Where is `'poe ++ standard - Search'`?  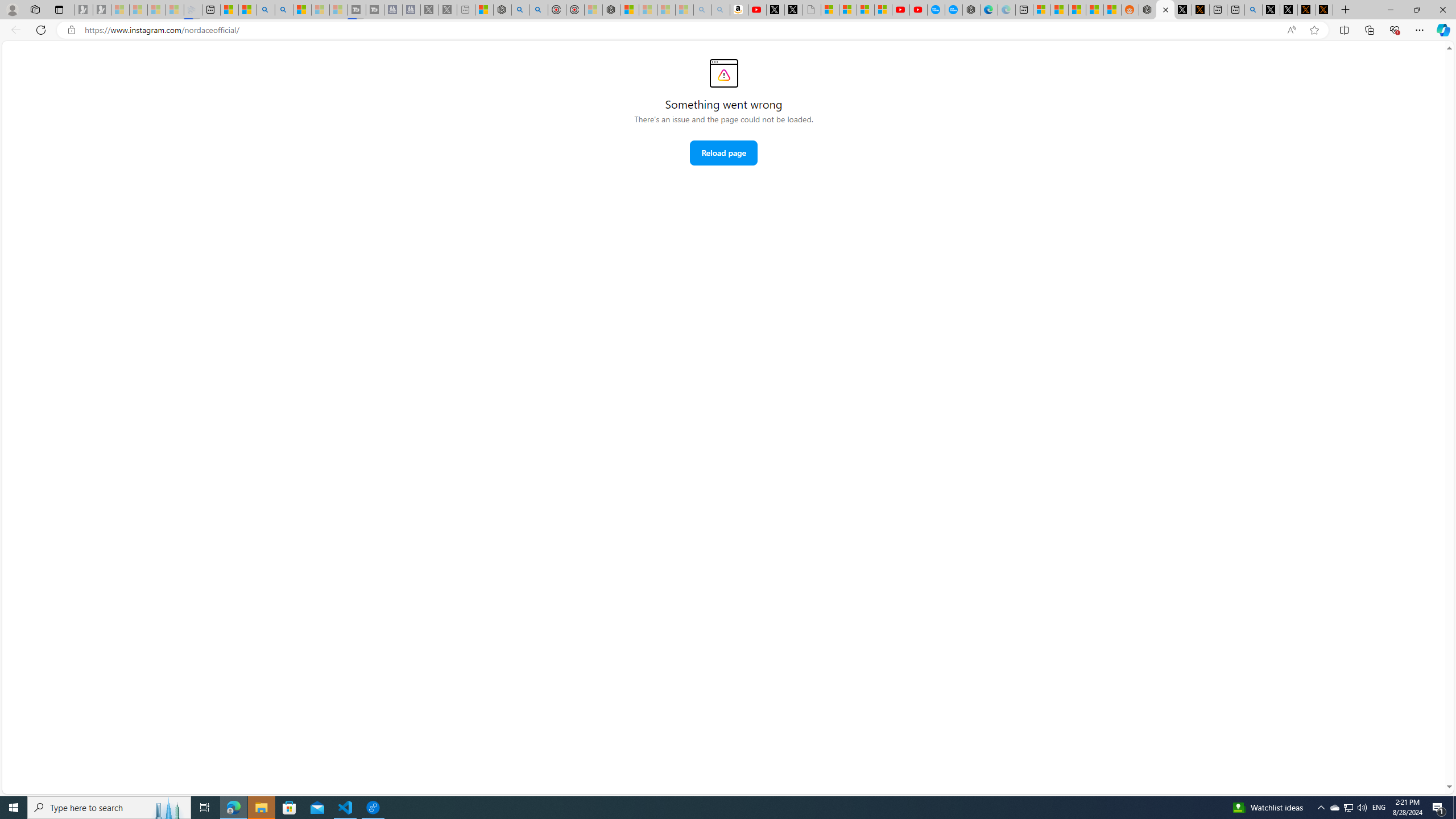
'poe ++ standard - Search' is located at coordinates (539, 9).